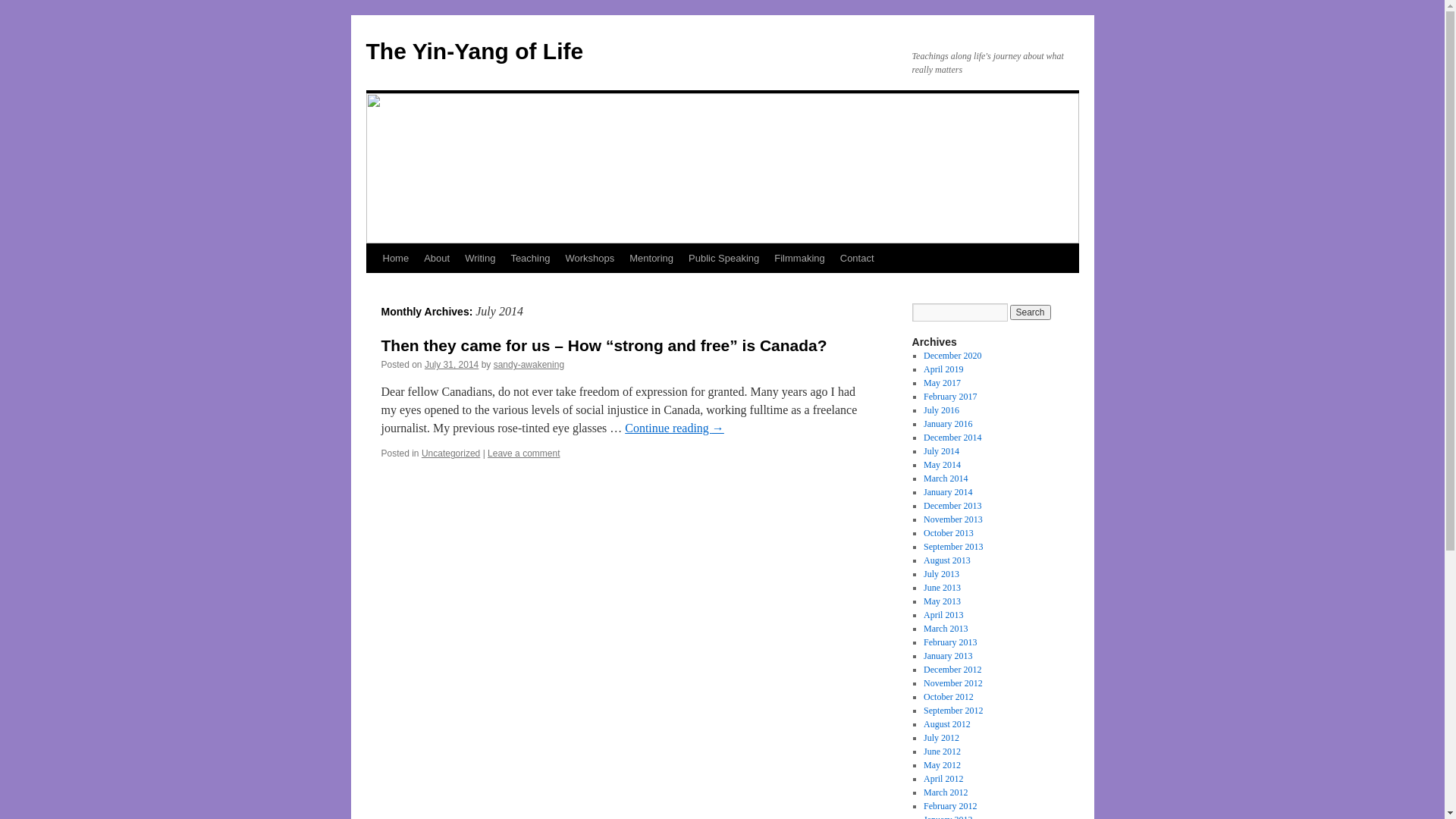 Image resolution: width=1456 pixels, height=819 pixels. I want to click on 'September 2012', so click(923, 711).